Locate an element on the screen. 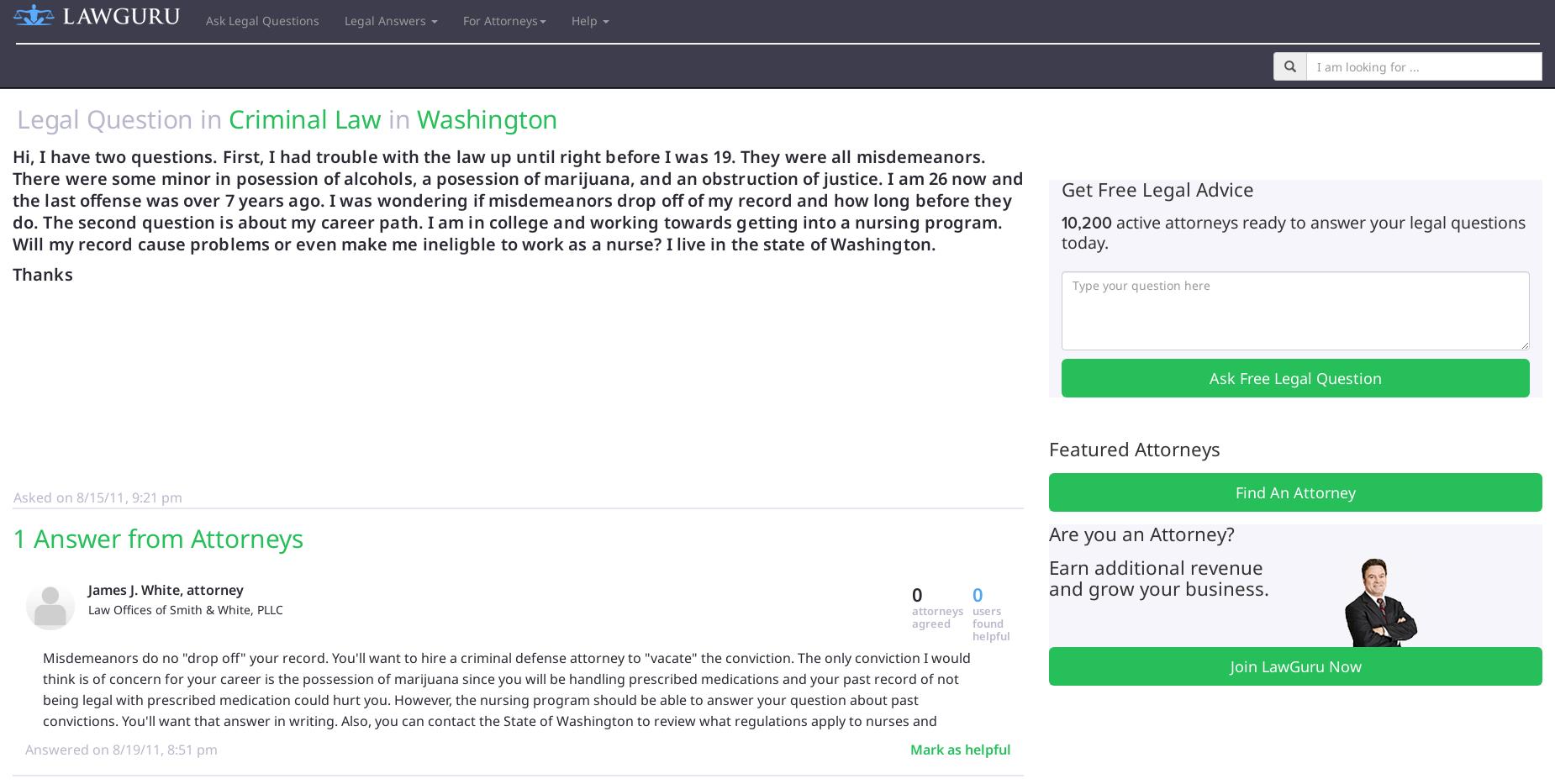  'Misdemeanors do no "drop off" your record. You'll want to hire a criminal defense attorney to "vacate" the conviction. The only conviction I would think is of concern for your career is the possession of marijuana since you will be handling prescribed medications and your past record of not being legal with prescribed medication could hurt you. However, the nursing program should be able to answer your question about past convictions. You'll want that answer in writing. Also, you can contact the State of Washington to review what regulations apply to nurses and criminal convictions. Again, get the answer in writing.' is located at coordinates (506, 697).